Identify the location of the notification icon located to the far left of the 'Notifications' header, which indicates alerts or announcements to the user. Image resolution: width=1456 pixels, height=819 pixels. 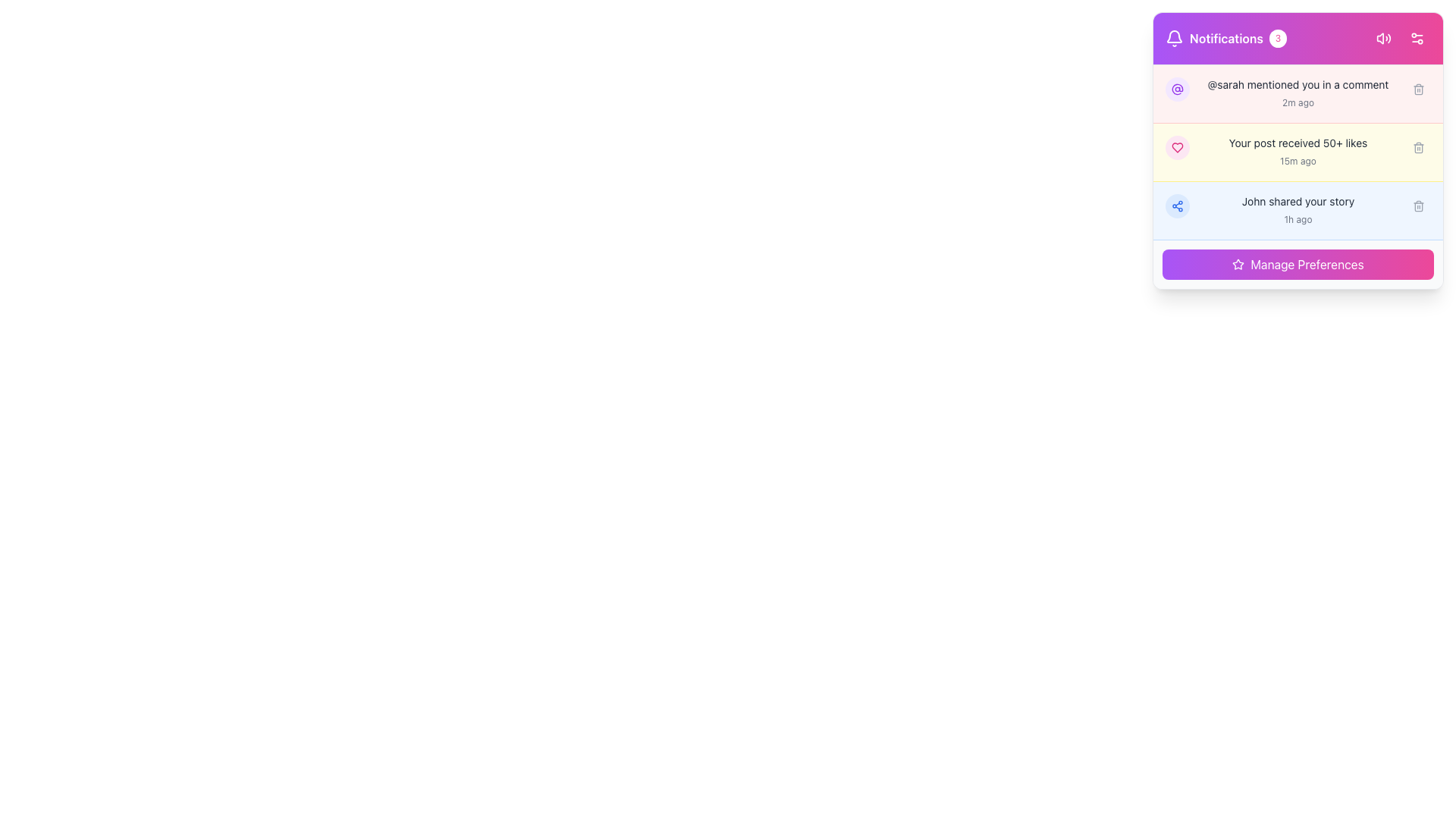
(1174, 37).